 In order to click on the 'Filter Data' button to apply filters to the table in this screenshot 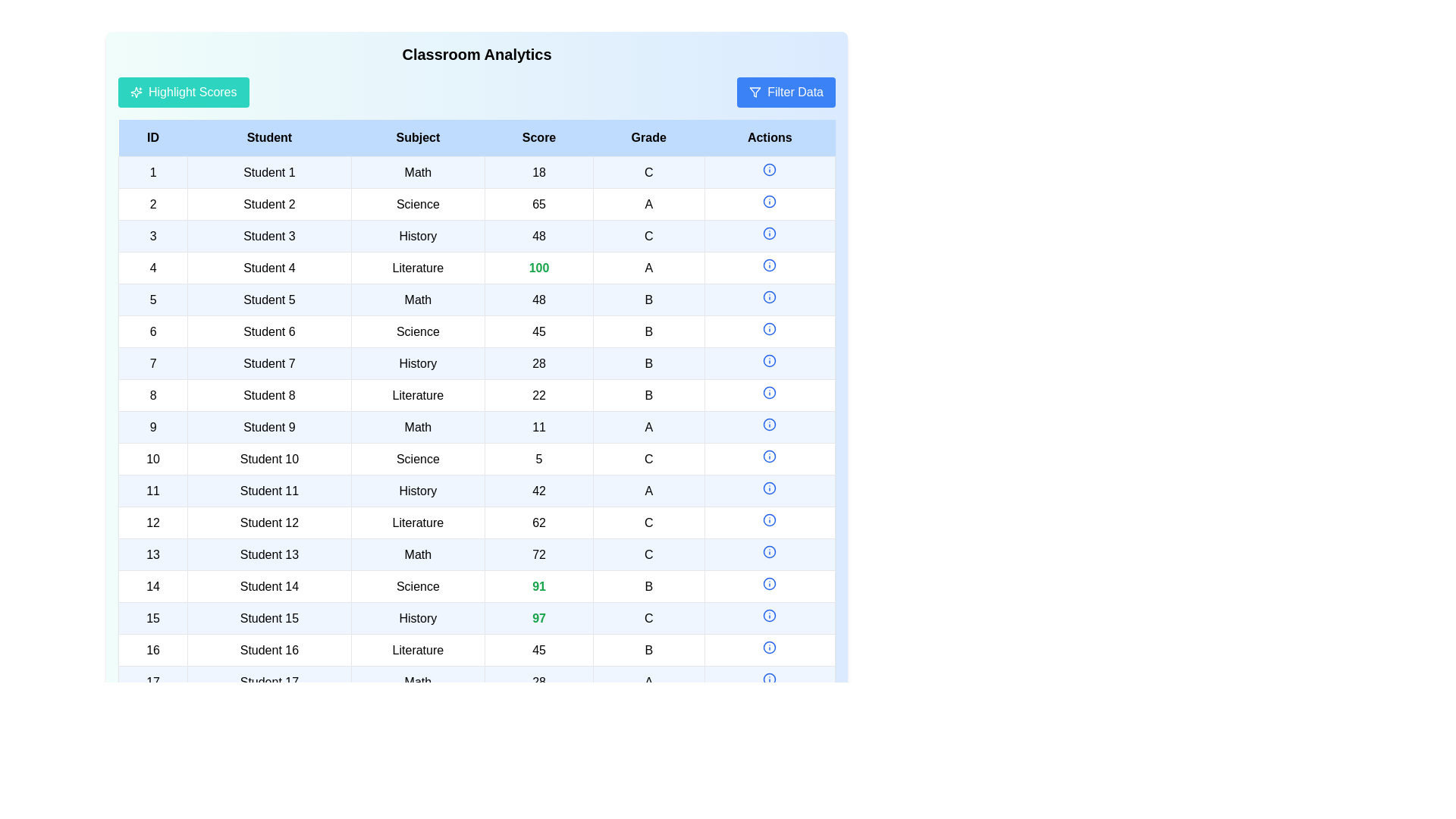, I will do `click(786, 93)`.